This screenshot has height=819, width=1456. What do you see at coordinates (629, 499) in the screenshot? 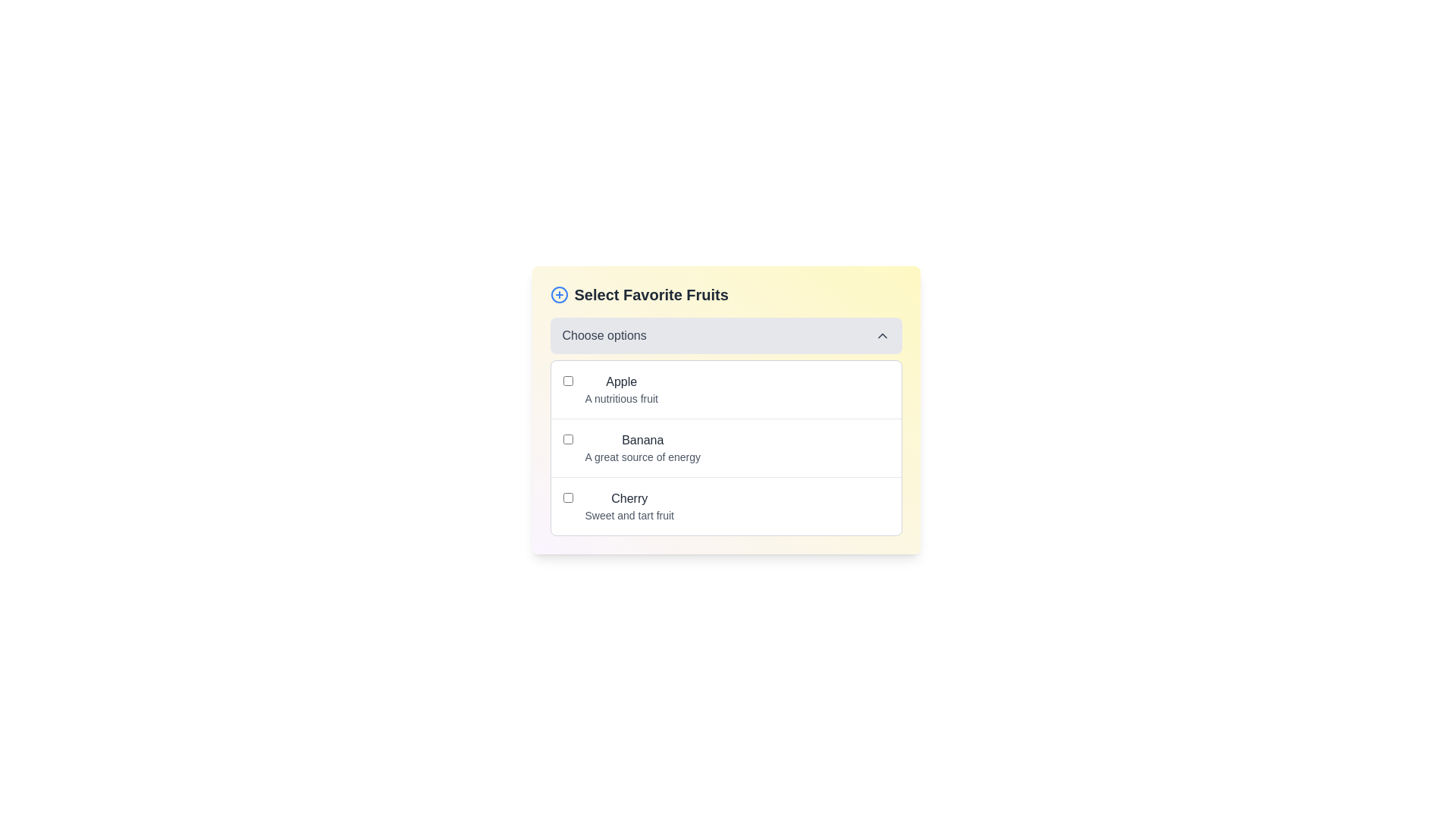
I see `the 'Cherry' text label displayed in a medium-weight font and neutral gray color within the dropdown menu labeled 'Select Favorite Fruits'` at bounding box center [629, 499].